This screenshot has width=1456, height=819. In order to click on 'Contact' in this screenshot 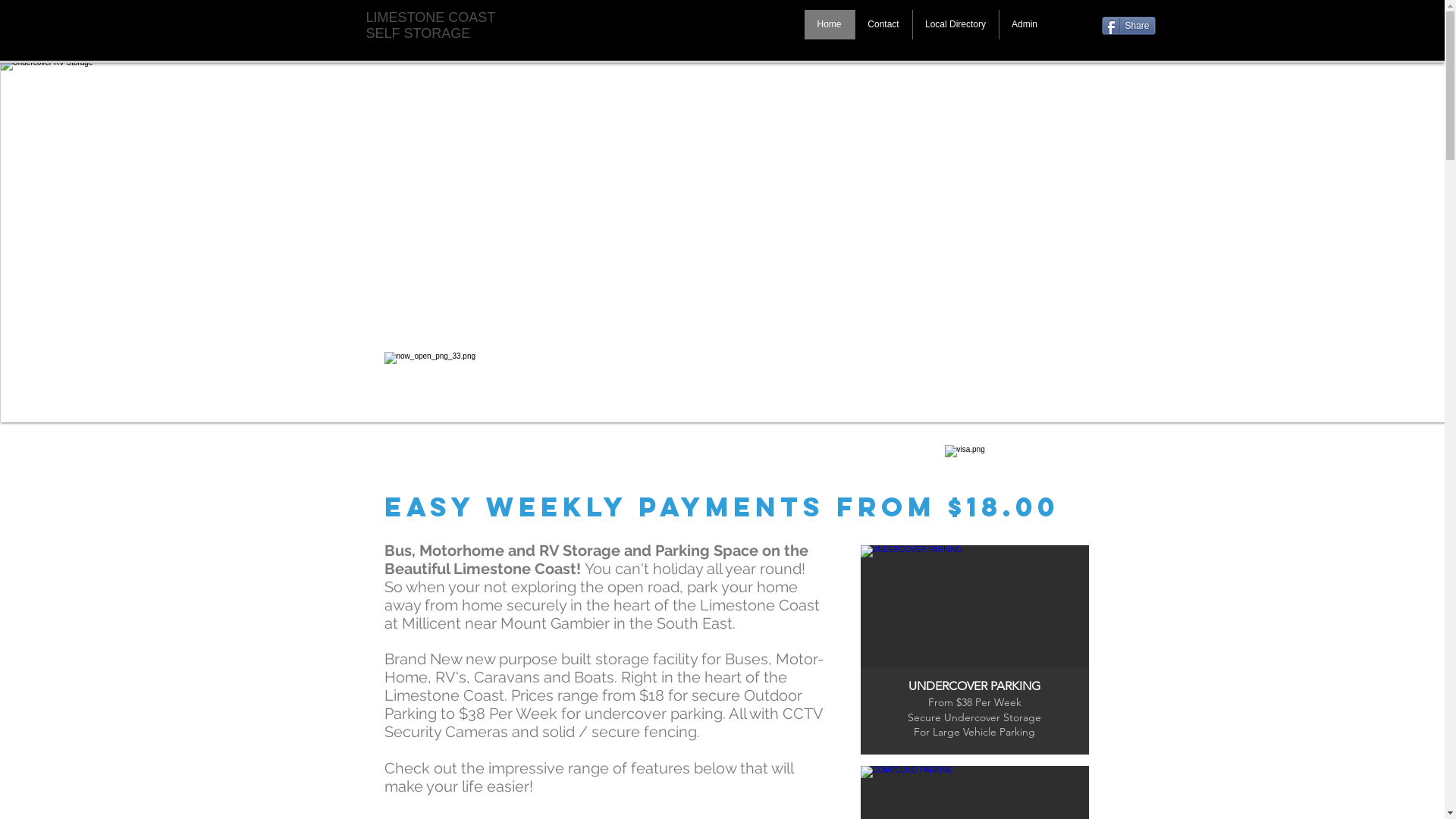, I will do `click(882, 24)`.